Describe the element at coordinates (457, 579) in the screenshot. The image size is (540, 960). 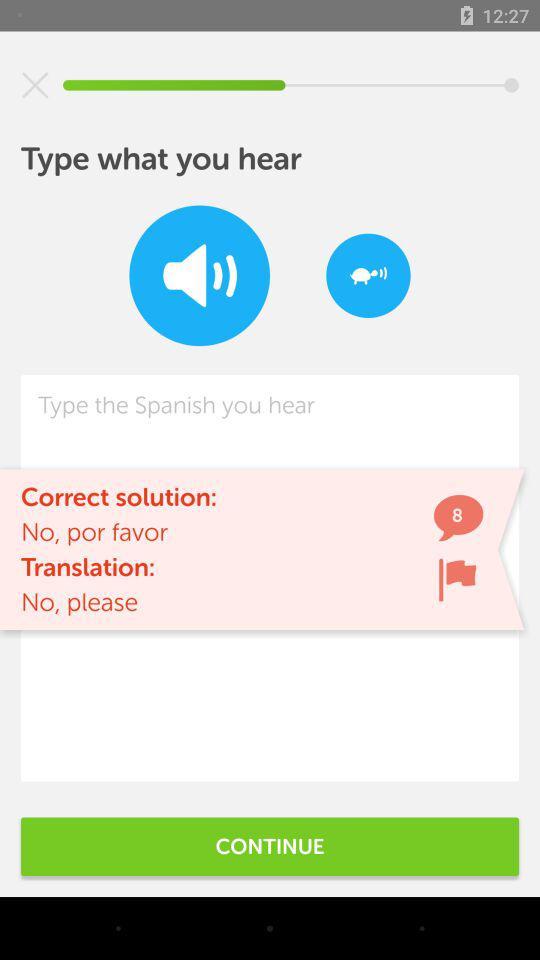
I see `icon to the right of no, por favor` at that location.